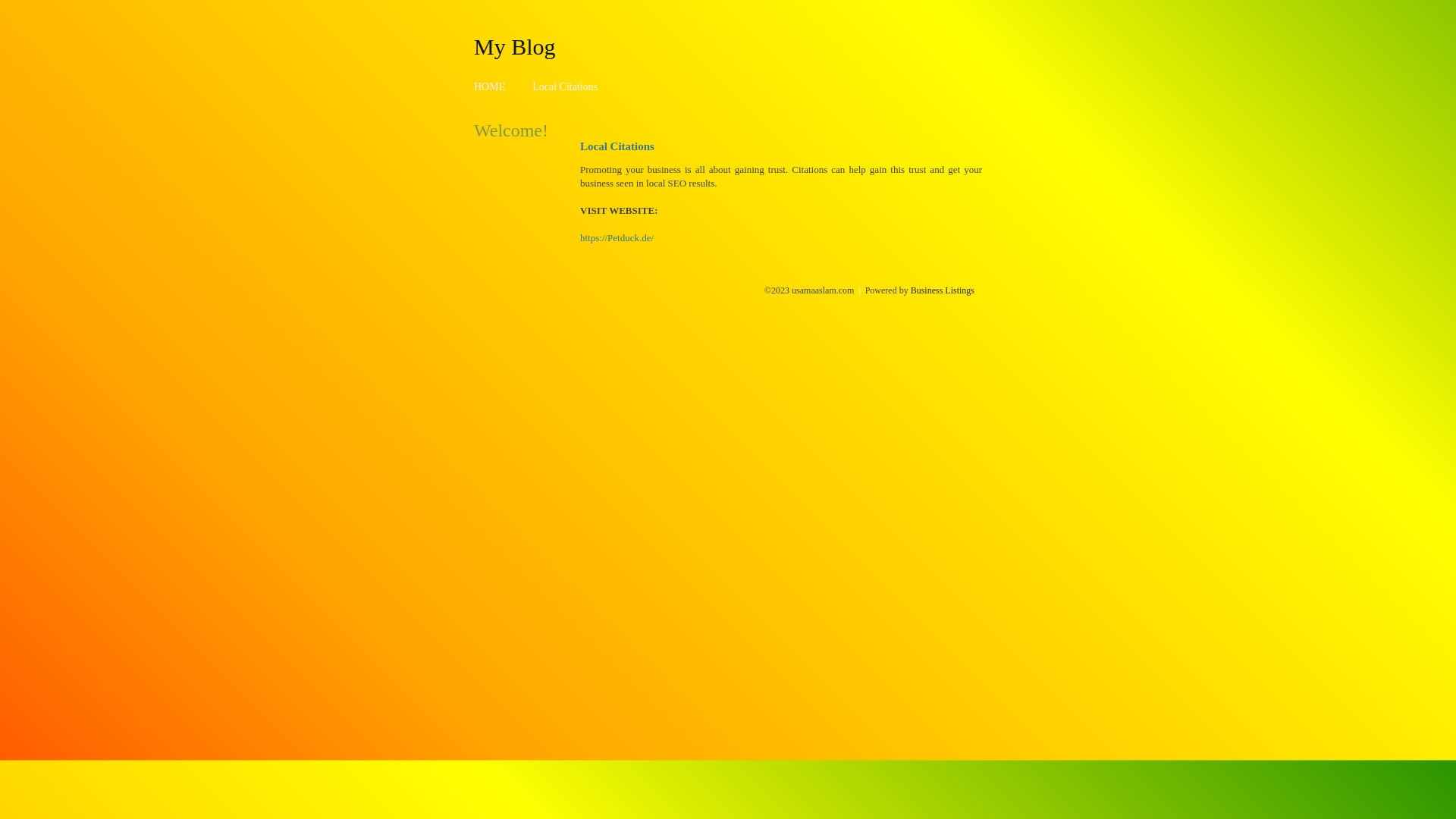  I want to click on 'My Blog', so click(514, 45).